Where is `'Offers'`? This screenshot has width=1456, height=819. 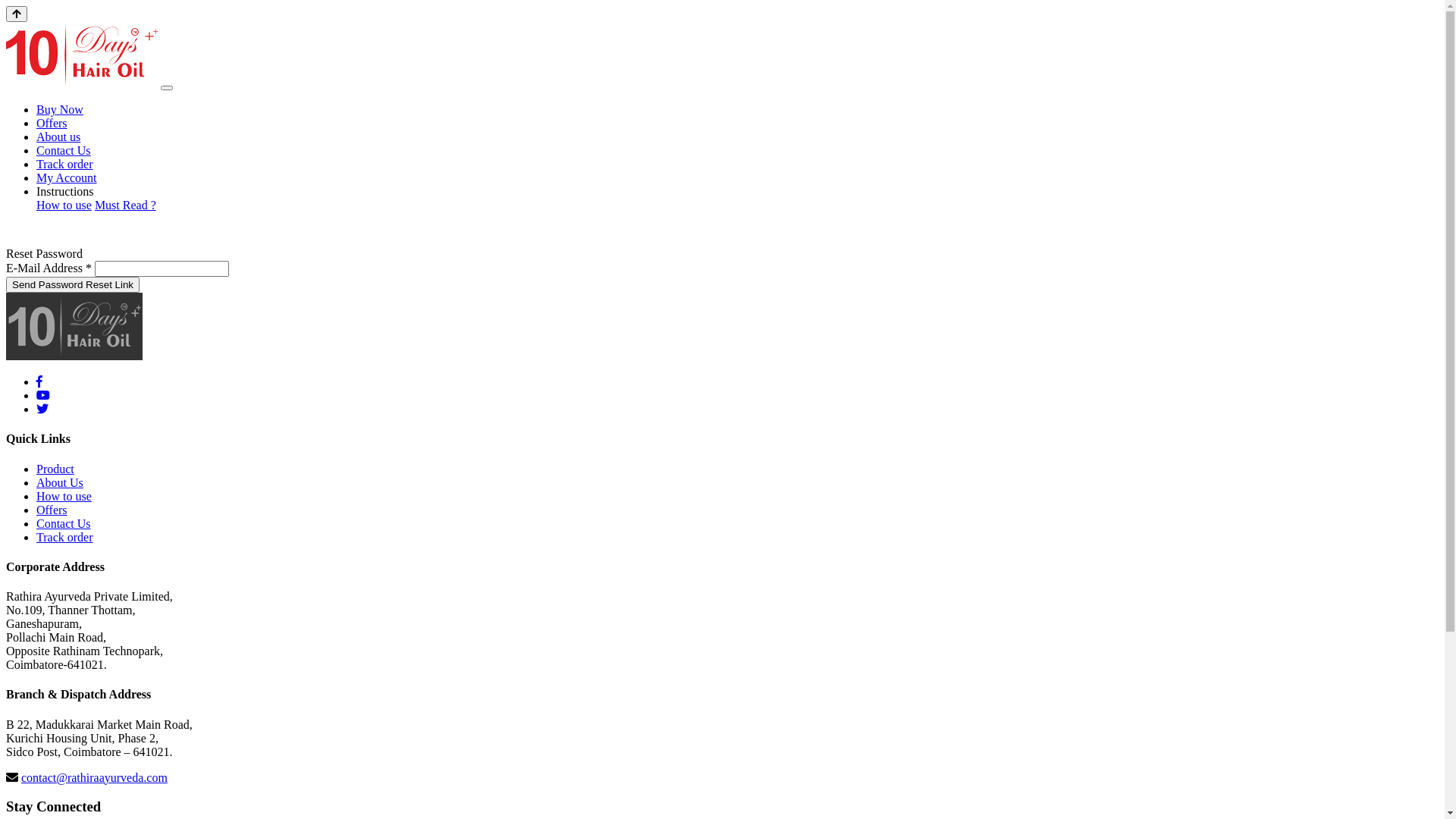
'Offers' is located at coordinates (52, 122).